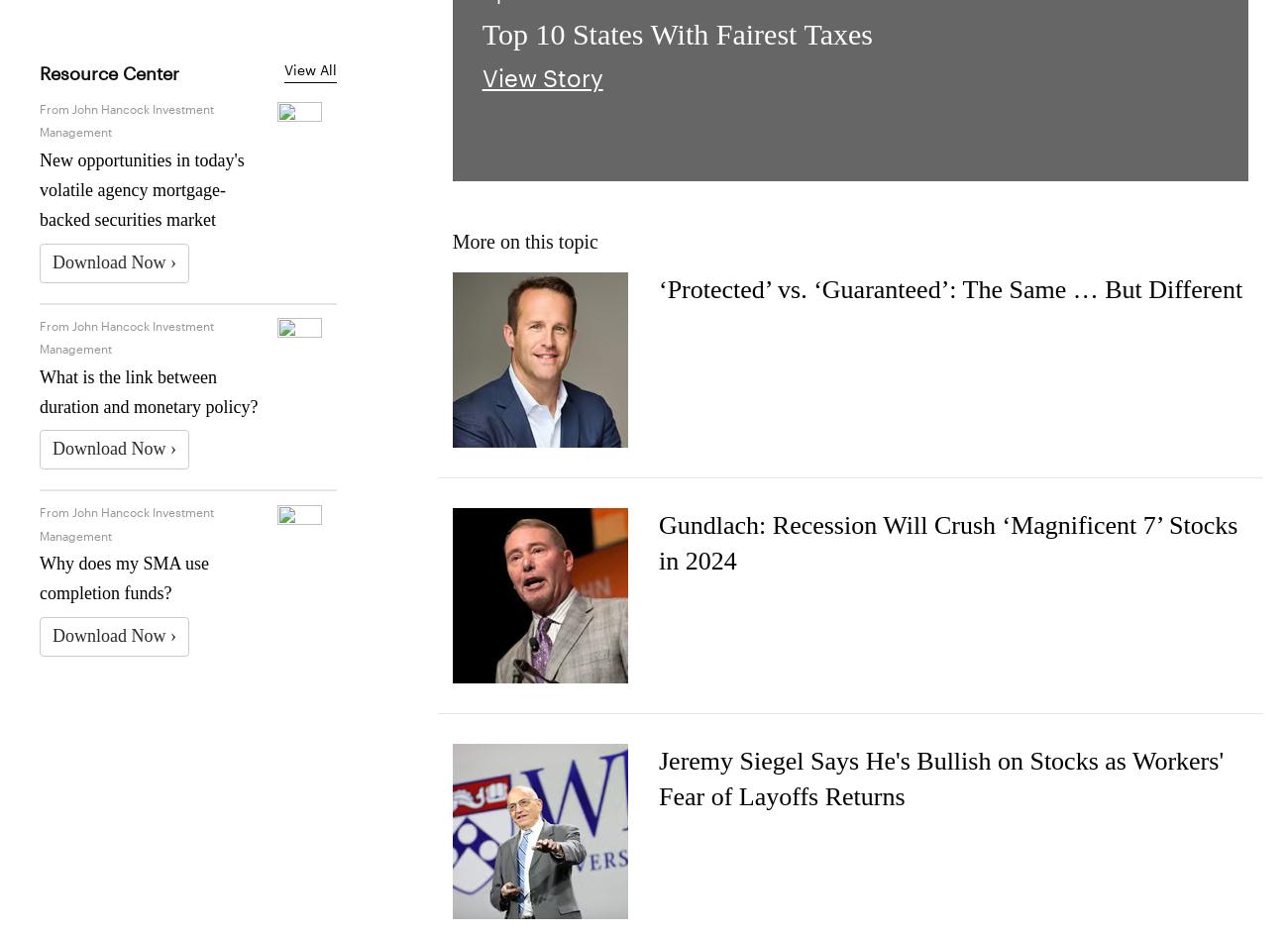 This screenshot has width=1288, height=935. Describe the element at coordinates (657, 541) in the screenshot. I see `'Gundlach: Recession Will Crush ‘Magnificent 7’ Stocks in 2024'` at that location.